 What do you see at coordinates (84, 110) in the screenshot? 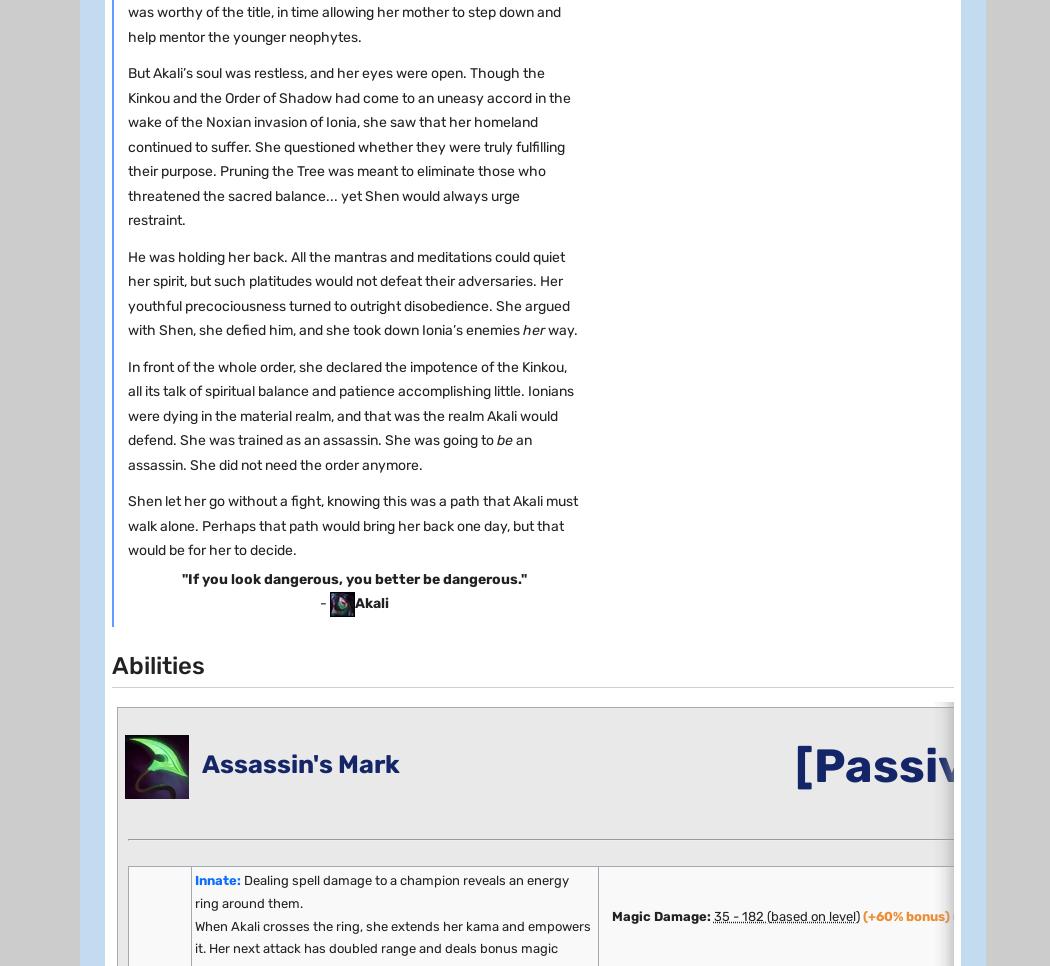
I see `'Community'` at bounding box center [84, 110].